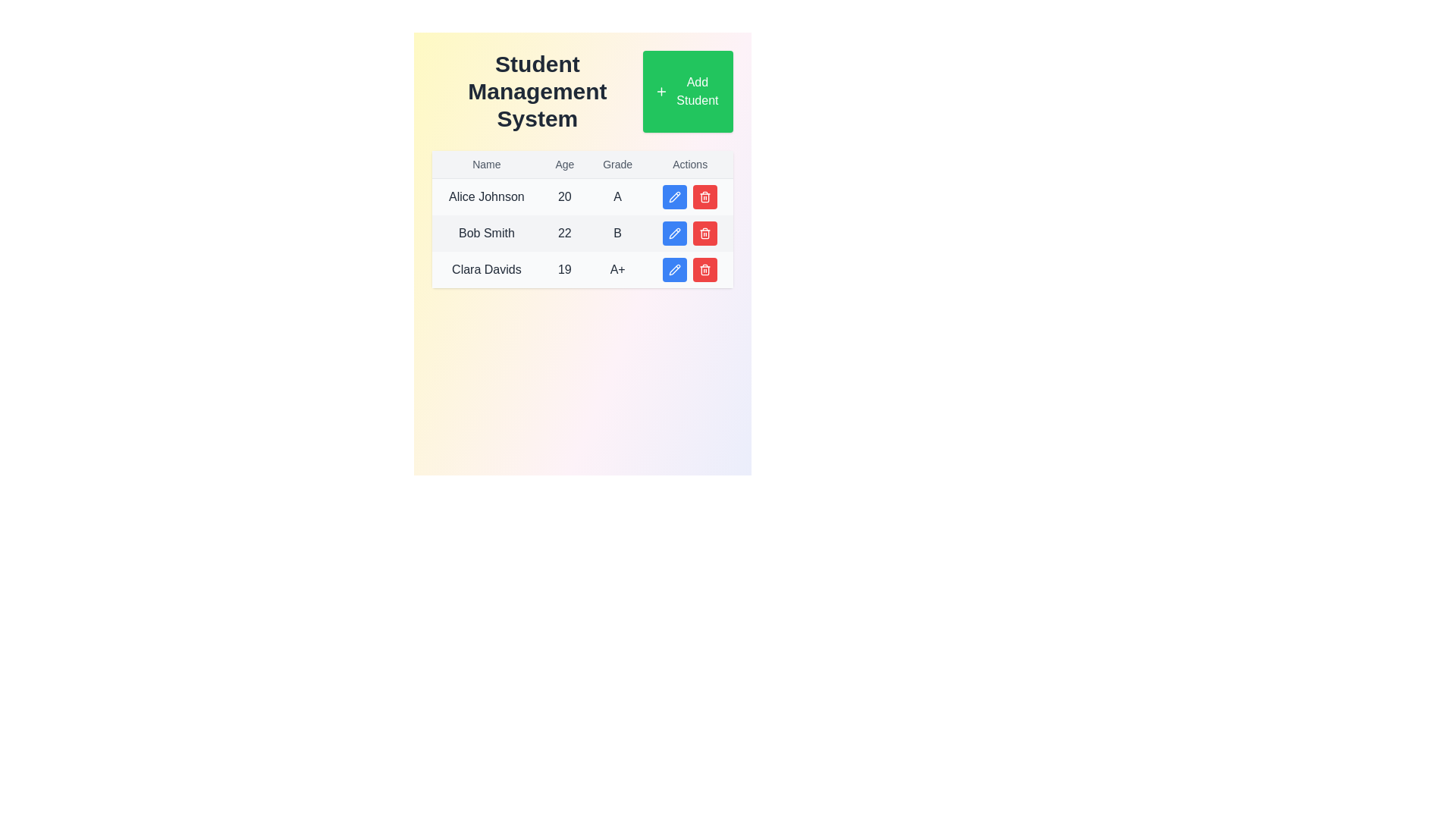  Describe the element at coordinates (687, 91) in the screenshot. I see `the green 'Add Student' button with a plus sign icon located at the top-right corner of the interface, adjacent to the 'Student Management System' heading` at that location.